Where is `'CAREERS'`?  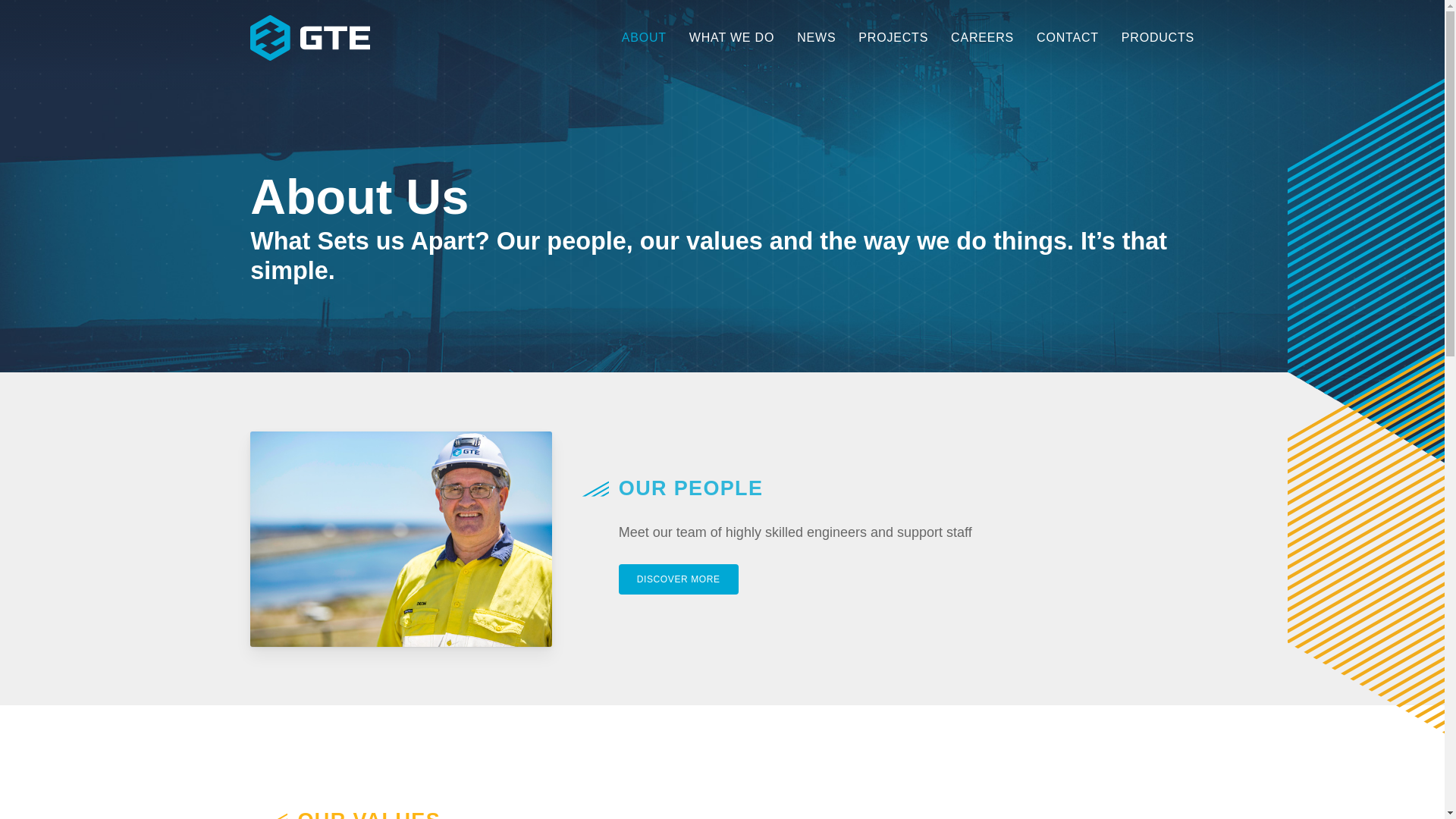
'CAREERS' is located at coordinates (938, 37).